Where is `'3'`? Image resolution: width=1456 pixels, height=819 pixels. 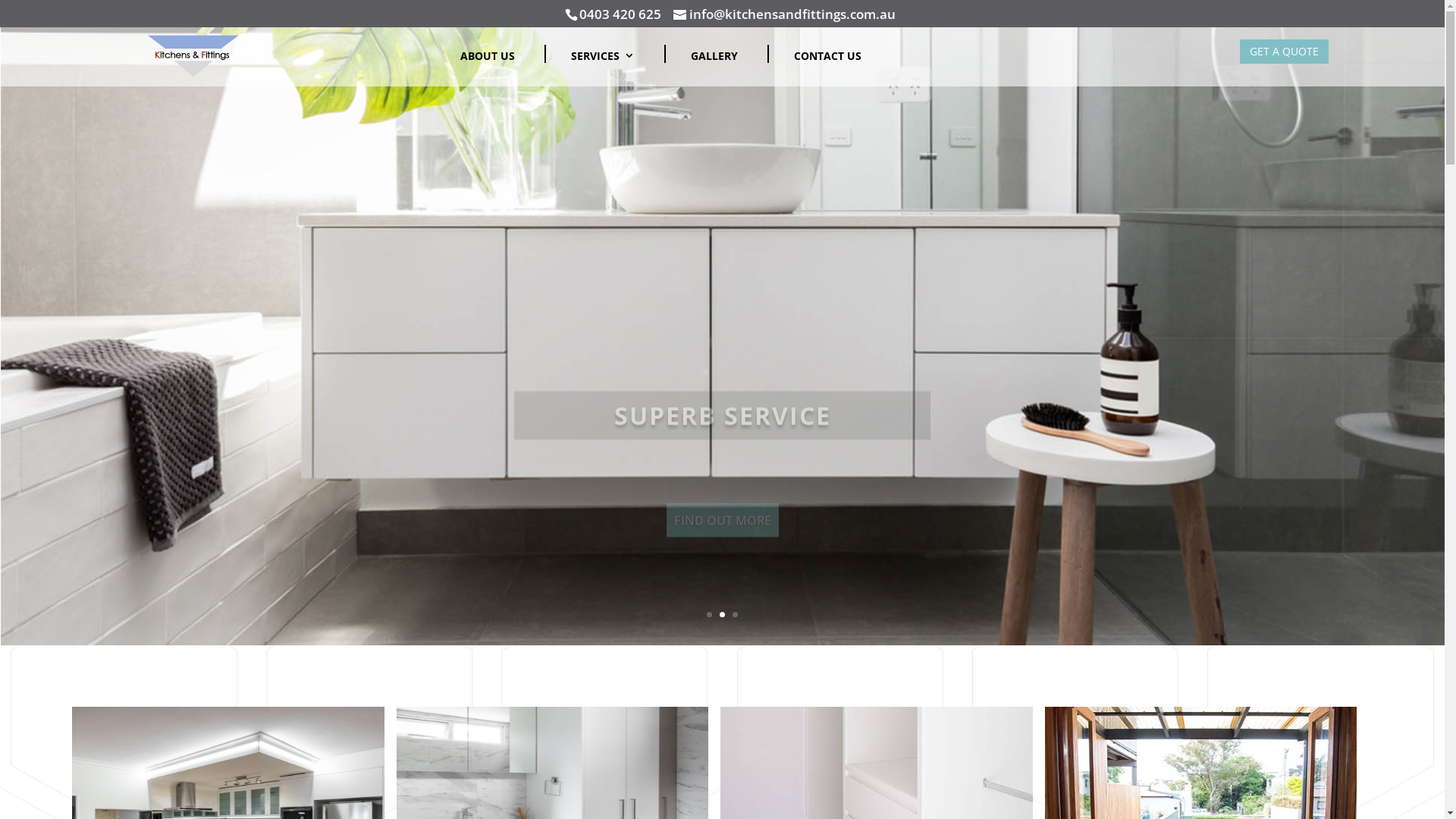 '3' is located at coordinates (732, 614).